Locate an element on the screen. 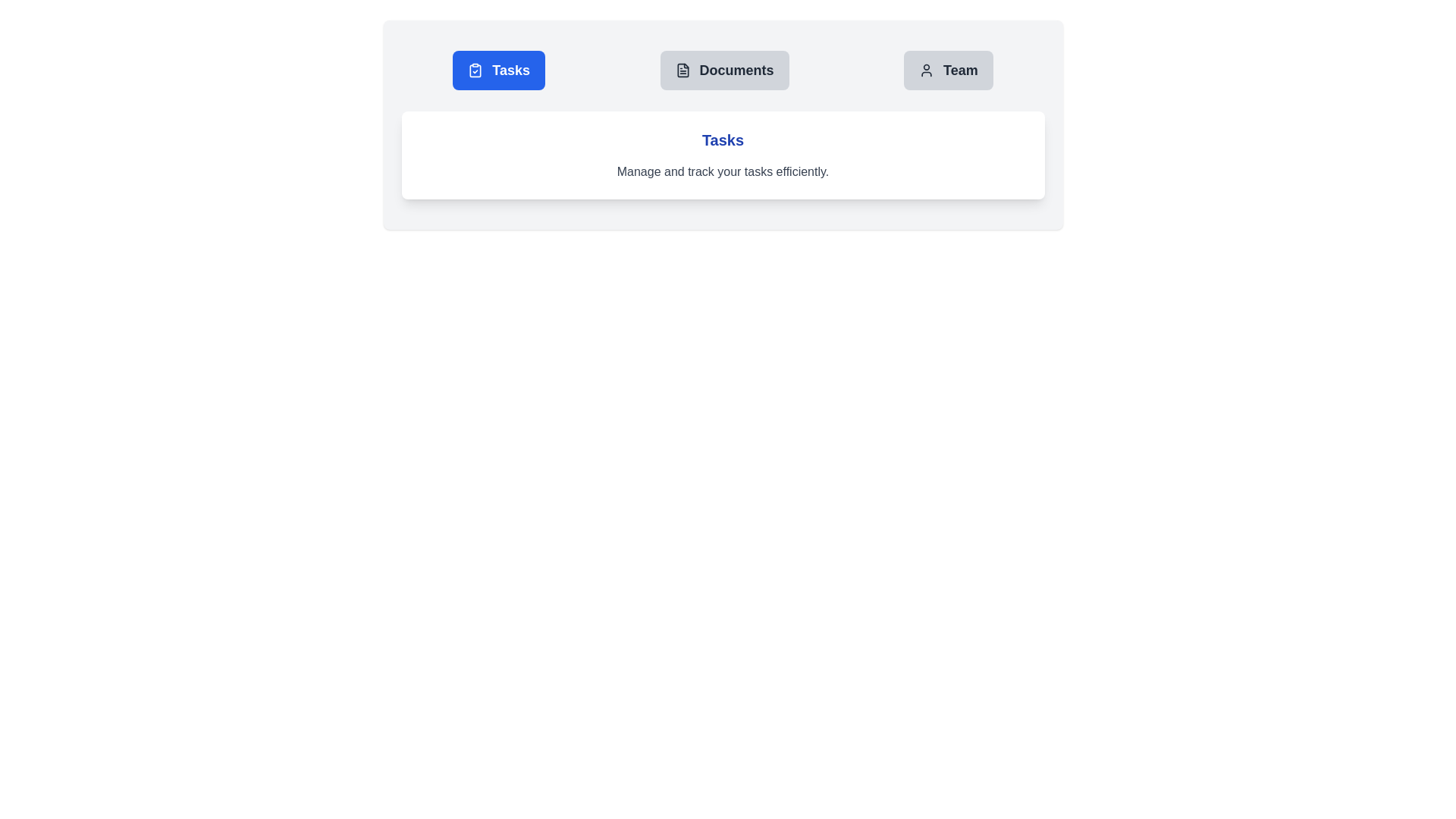 This screenshot has width=1456, height=819. the tab labeled Tasks to display its associated content is located at coordinates (499, 70).